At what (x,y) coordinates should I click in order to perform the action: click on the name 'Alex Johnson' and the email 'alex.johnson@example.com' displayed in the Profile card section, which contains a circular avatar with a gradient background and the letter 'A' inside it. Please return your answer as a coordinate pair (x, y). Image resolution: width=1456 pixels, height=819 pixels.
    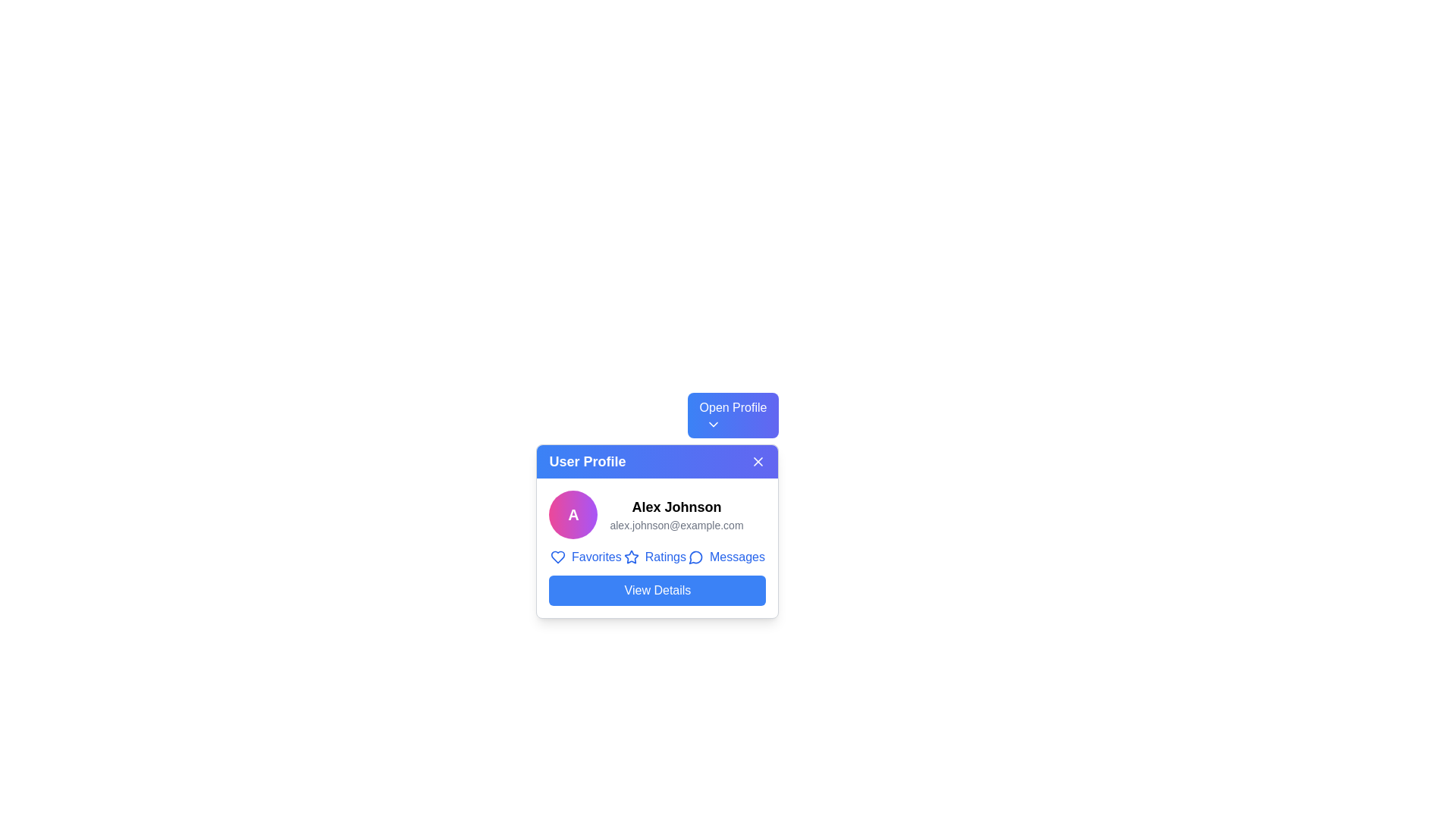
    Looking at the image, I should click on (657, 513).